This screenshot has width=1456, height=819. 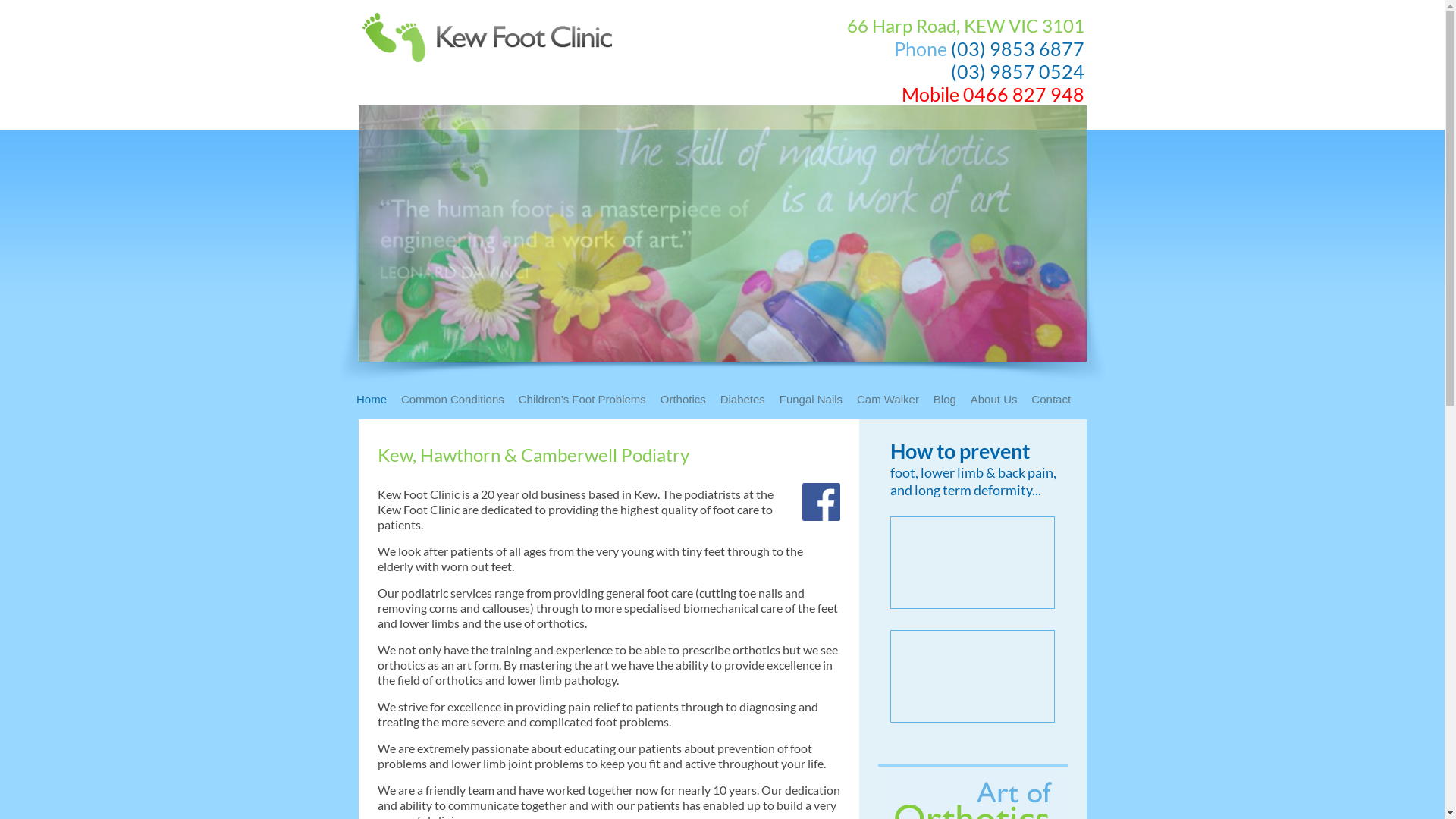 What do you see at coordinates (1018, 71) in the screenshot?
I see `'(03) 9857 0524'` at bounding box center [1018, 71].